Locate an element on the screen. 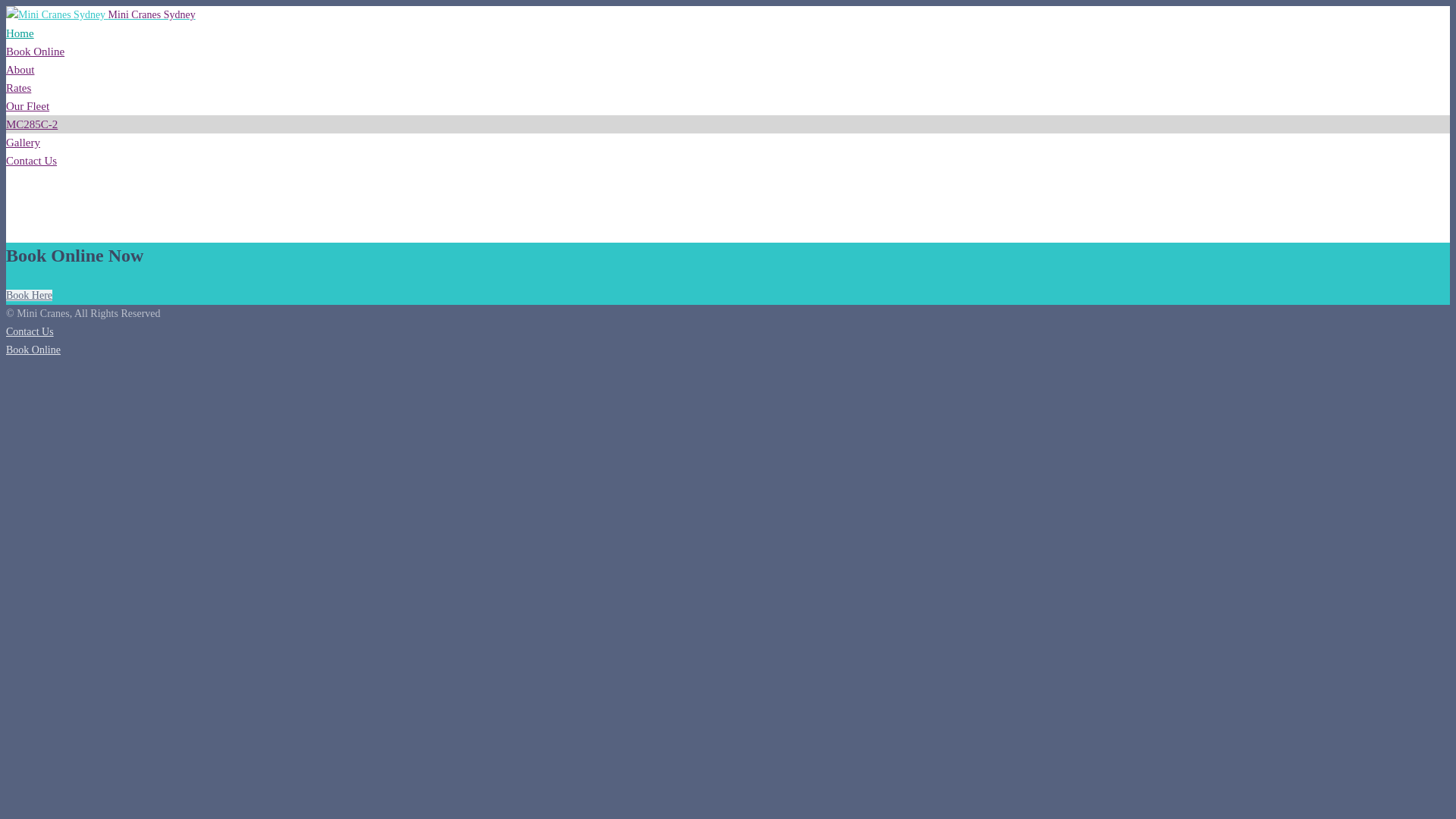  'Home' is located at coordinates (20, 33).